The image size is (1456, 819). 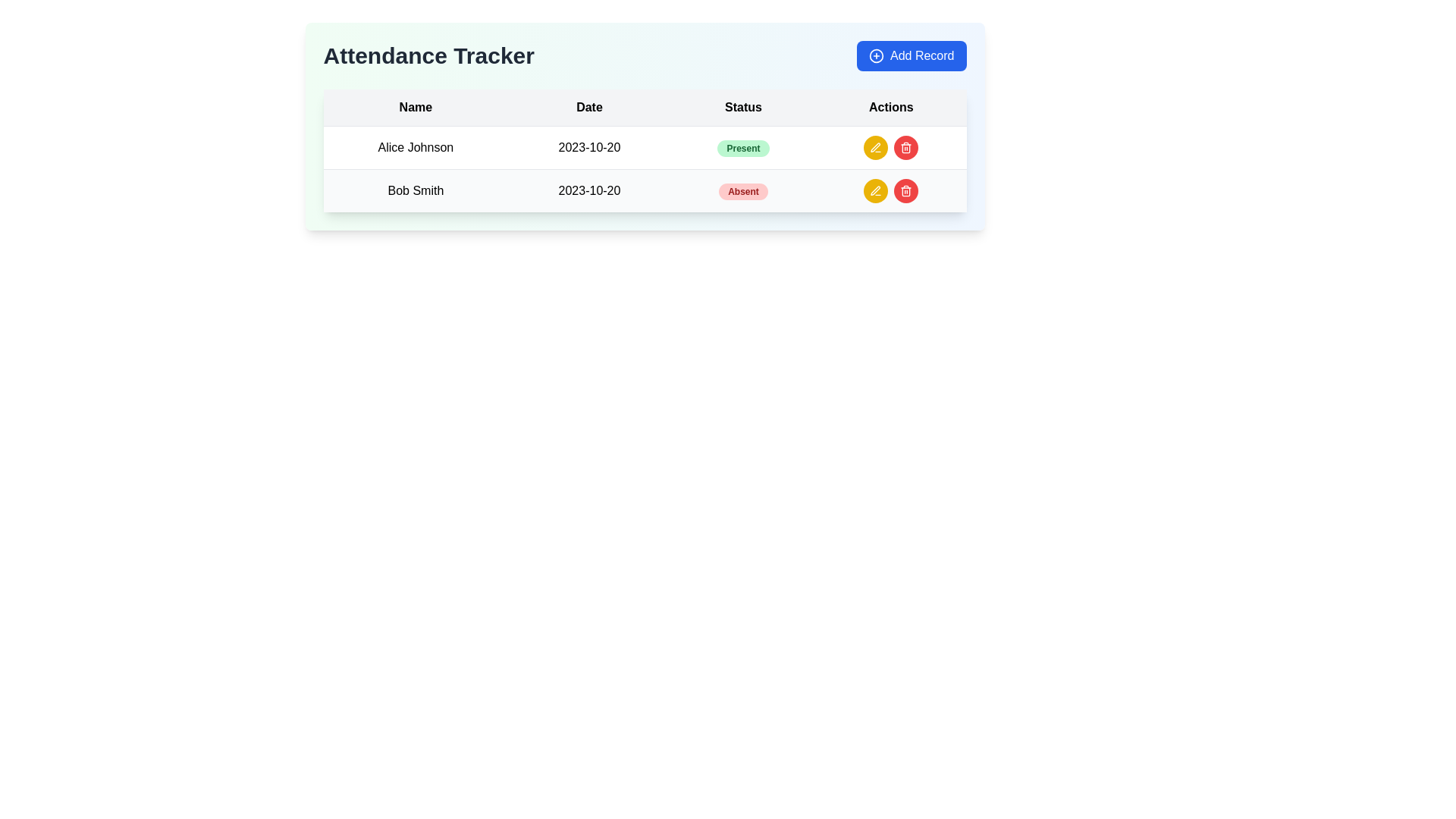 I want to click on displayed status from the status badge indicating that Alice Johnson is 'Present' on the specified date, so click(x=743, y=149).